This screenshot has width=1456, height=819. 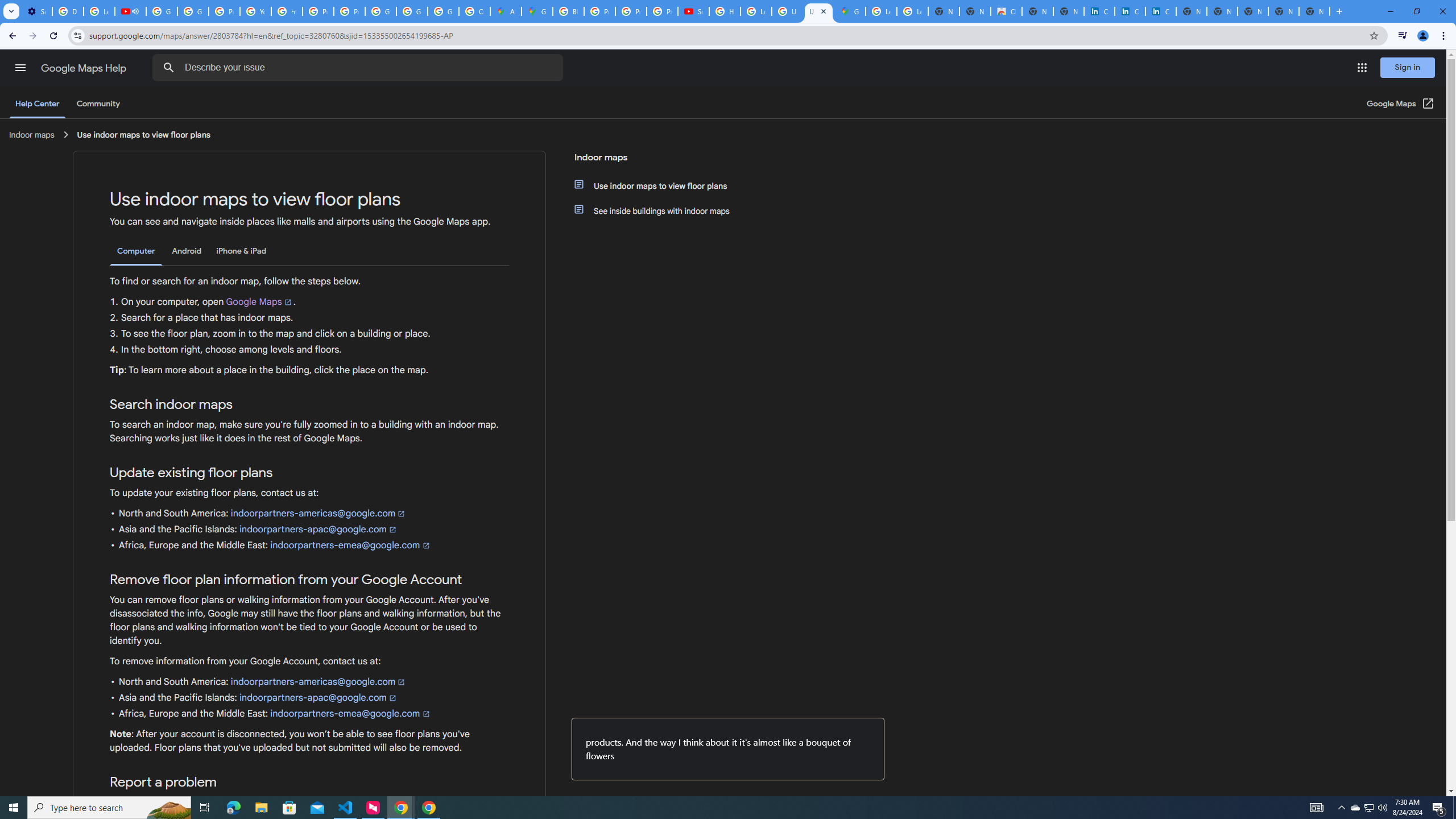 I want to click on 'Community', so click(x=97, y=103).